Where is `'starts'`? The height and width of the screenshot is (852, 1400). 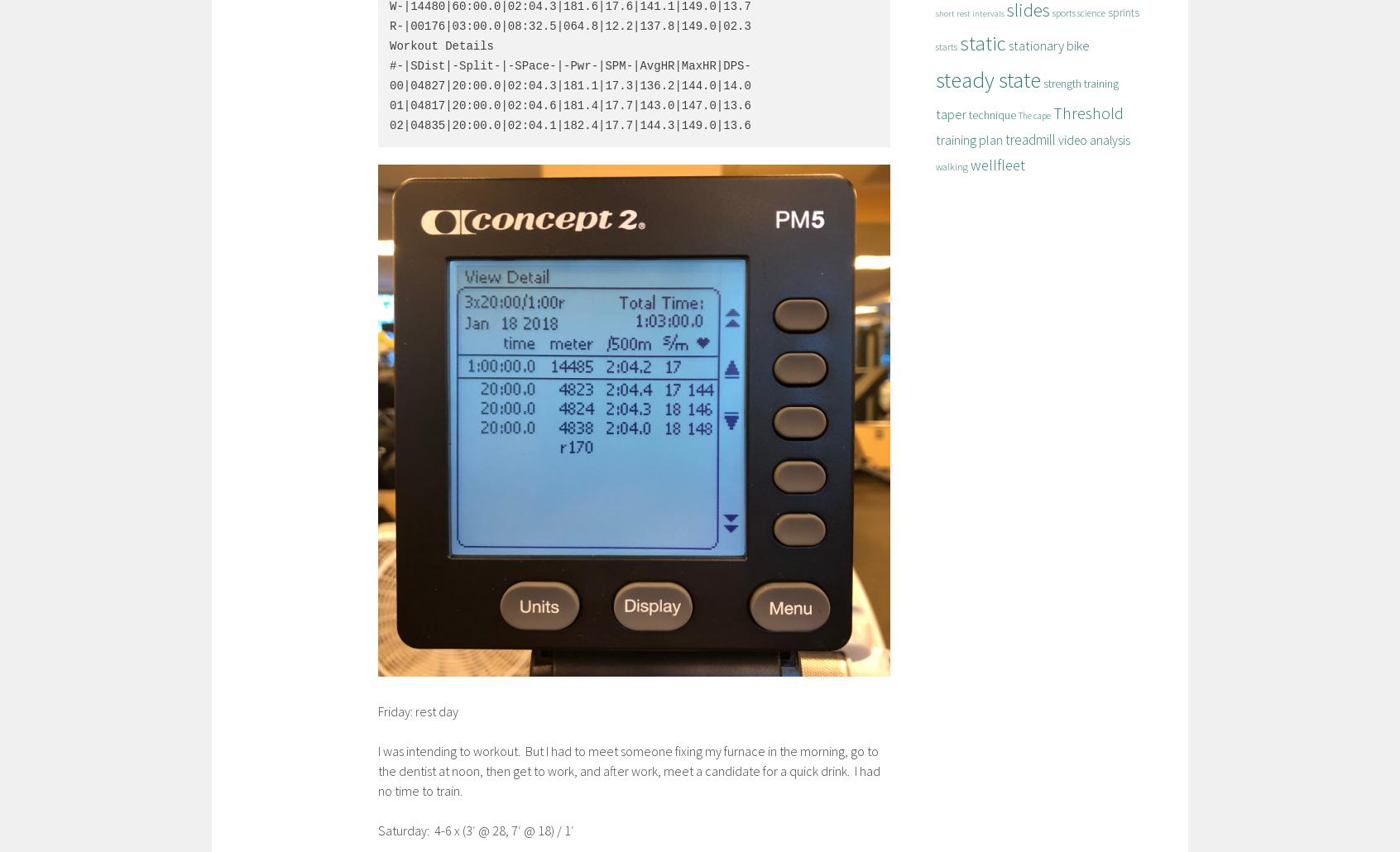
'starts' is located at coordinates (945, 46).